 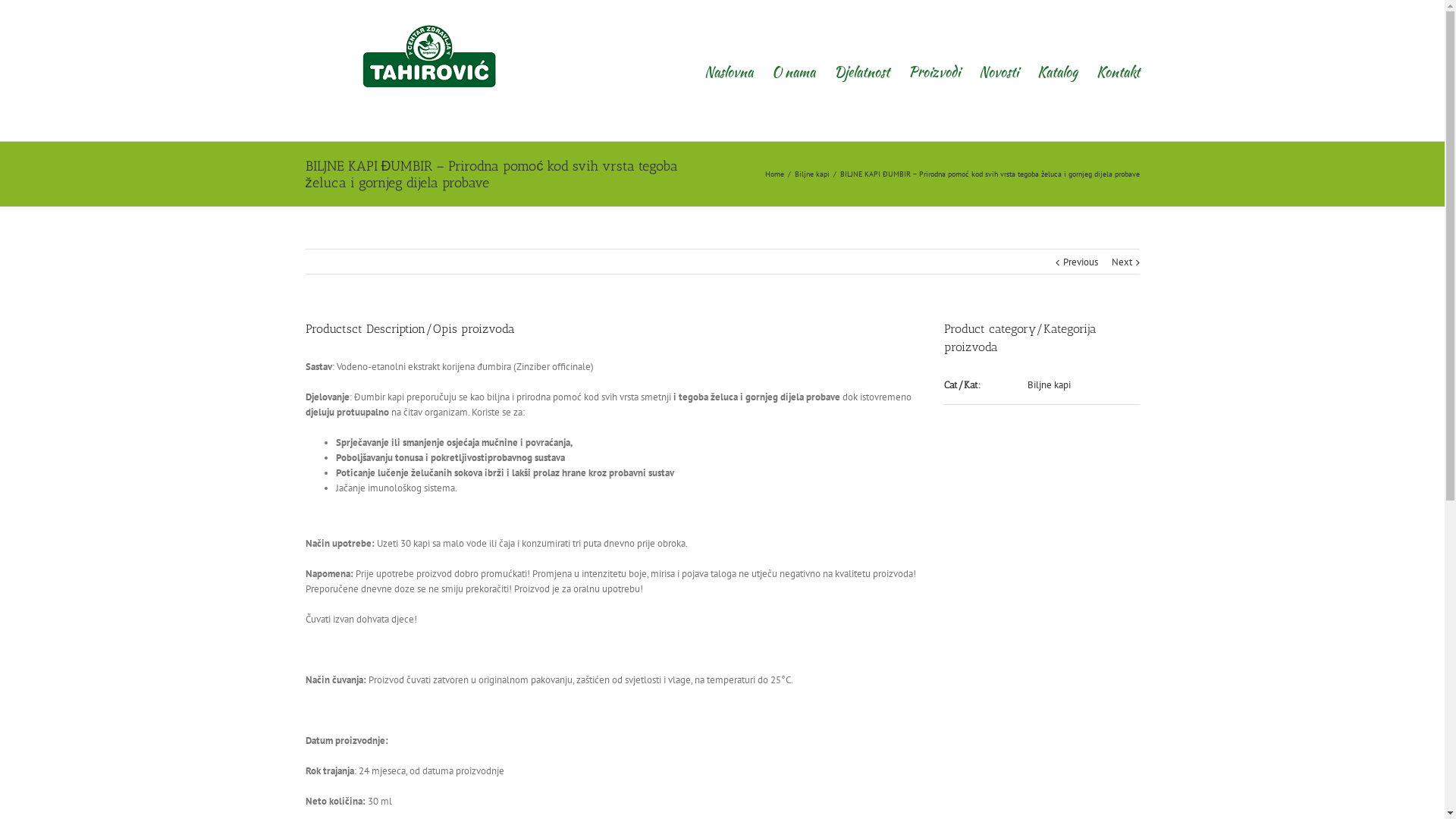 What do you see at coordinates (793, 173) in the screenshot?
I see `'Biljne kapi'` at bounding box center [793, 173].